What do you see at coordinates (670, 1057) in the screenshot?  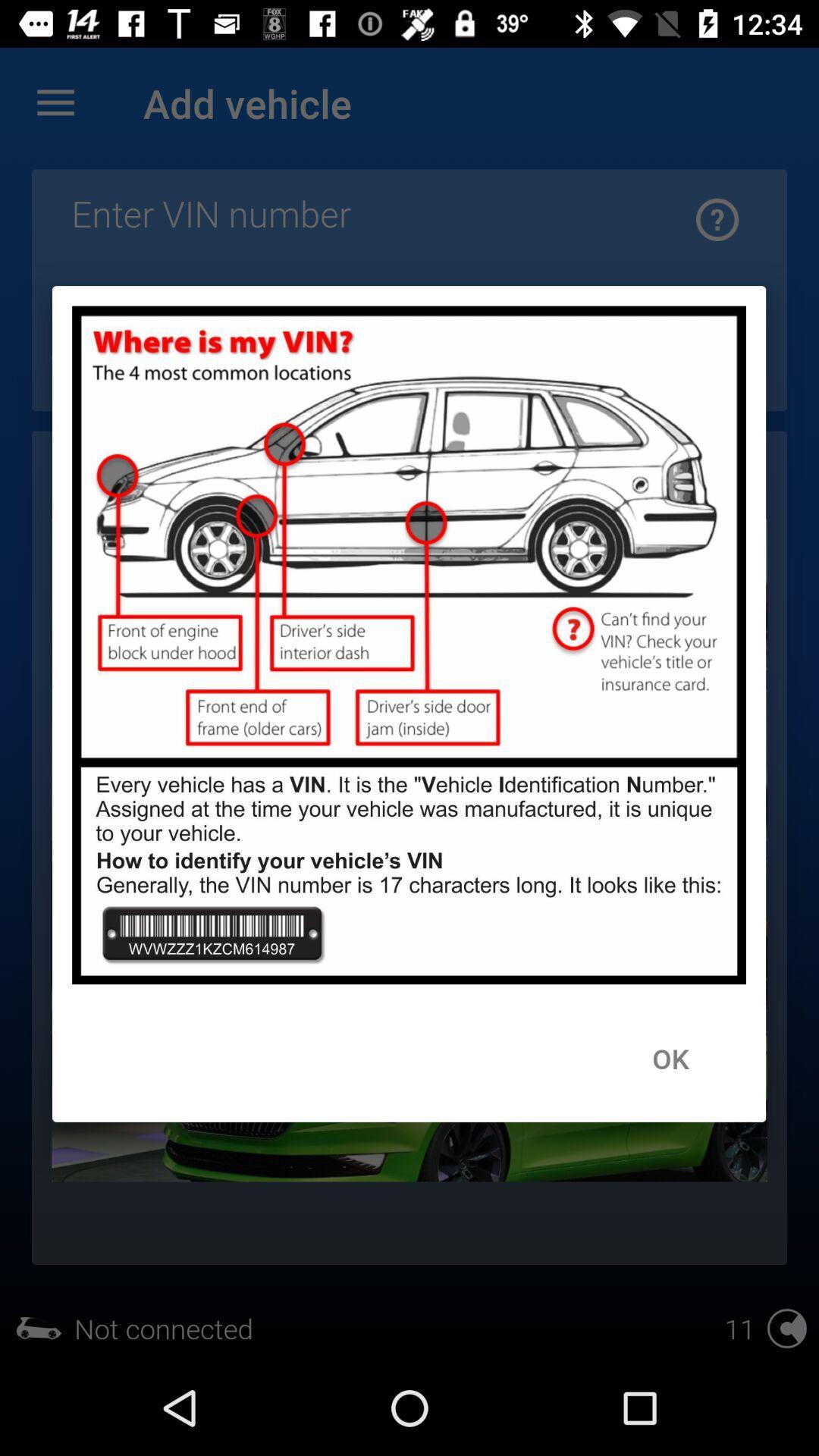 I see `the ok item` at bounding box center [670, 1057].